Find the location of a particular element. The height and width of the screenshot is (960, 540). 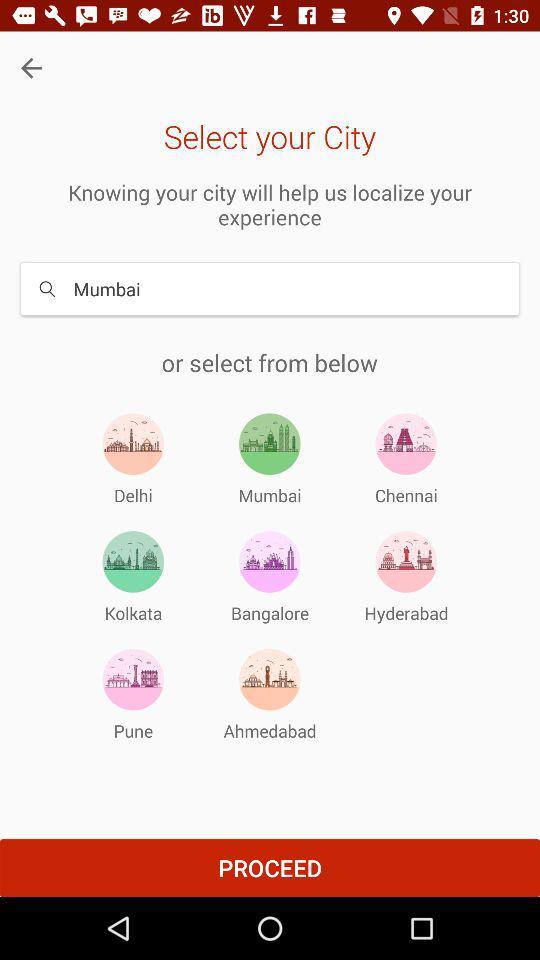

to return is located at coordinates (30, 68).